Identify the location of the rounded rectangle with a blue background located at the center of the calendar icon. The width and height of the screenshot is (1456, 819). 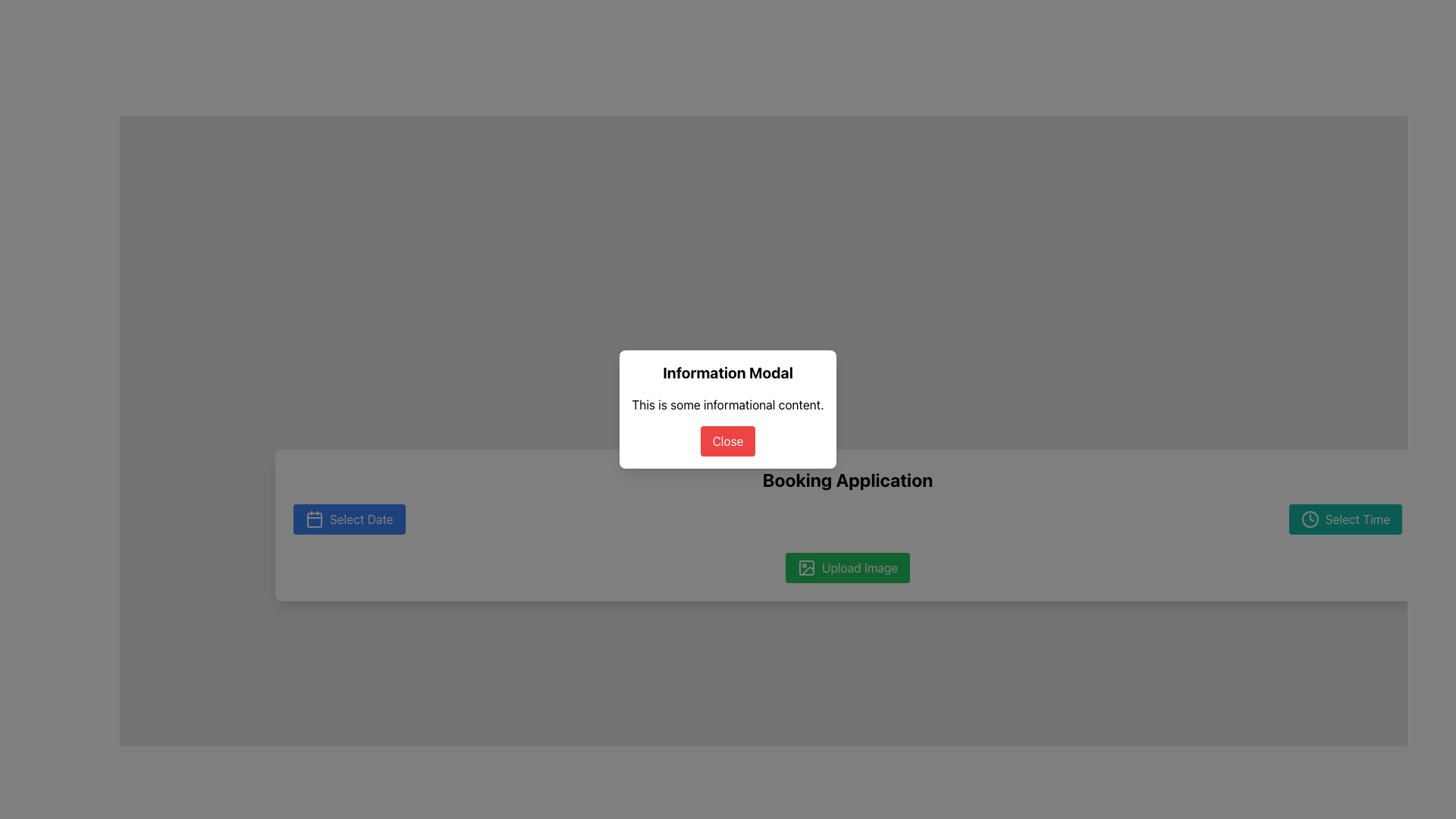
(313, 519).